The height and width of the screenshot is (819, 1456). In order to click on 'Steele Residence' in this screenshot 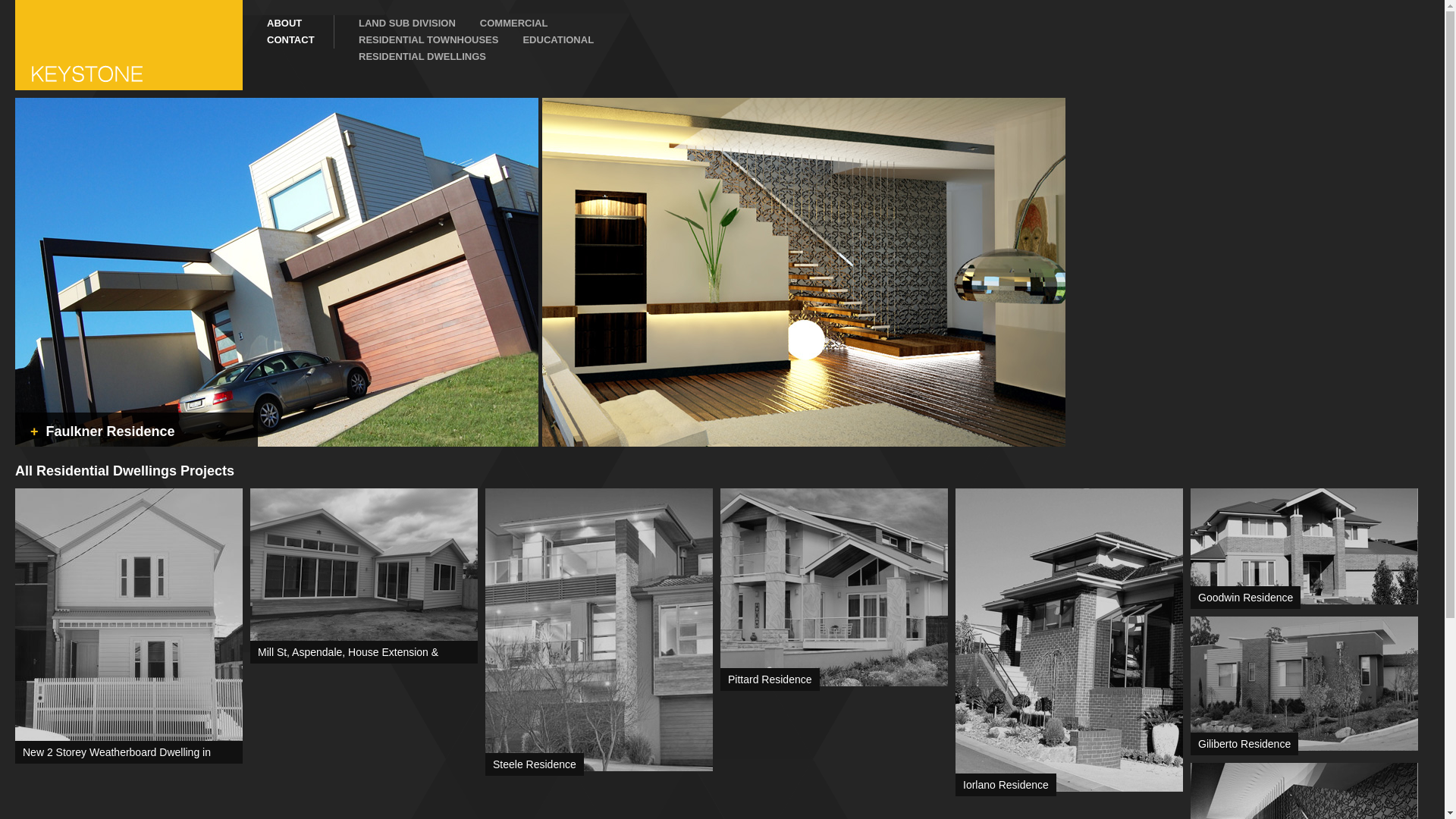, I will do `click(535, 764)`.